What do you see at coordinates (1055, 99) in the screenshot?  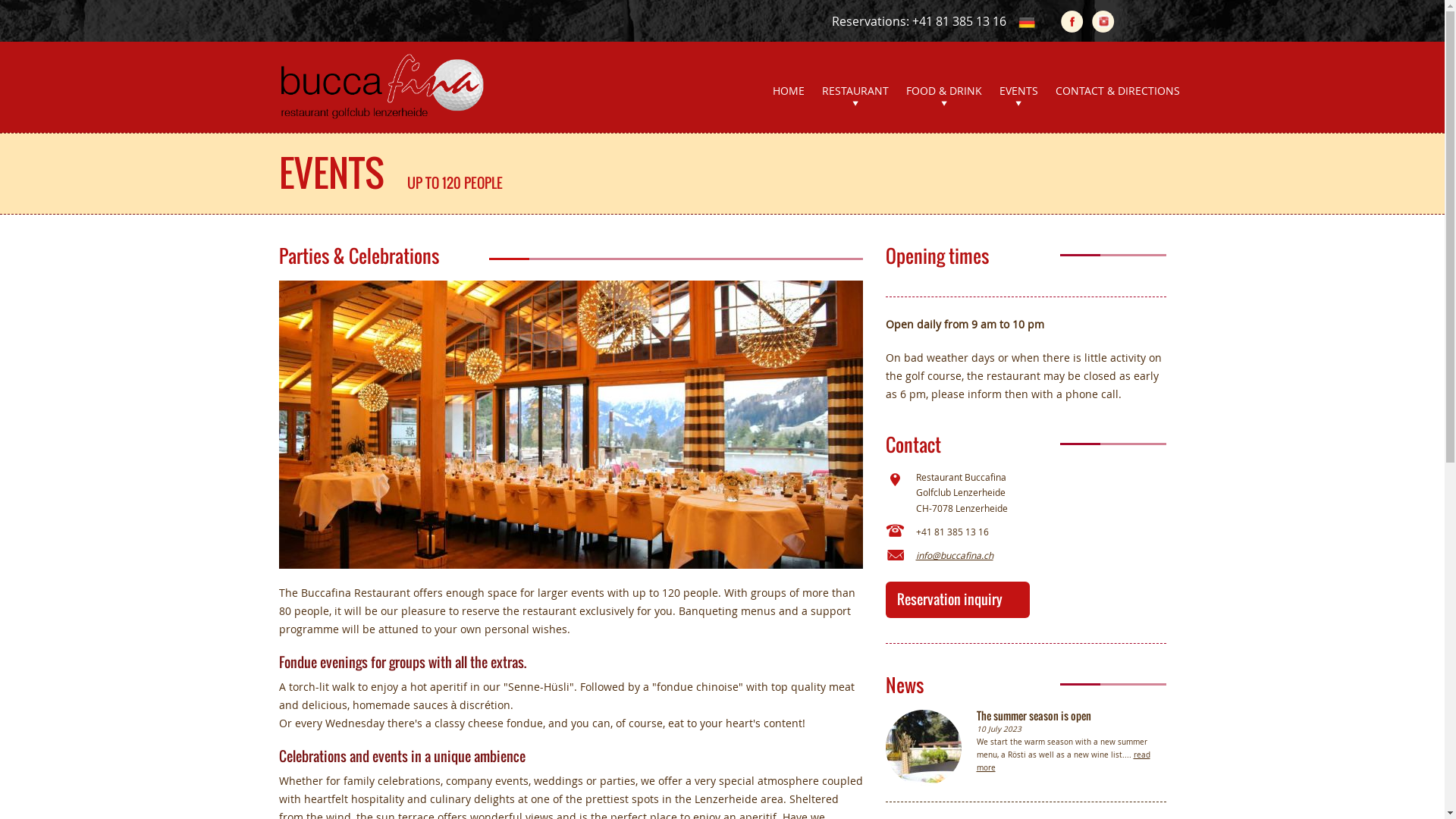 I see `'CONTACT & DIRECTIONS'` at bounding box center [1055, 99].